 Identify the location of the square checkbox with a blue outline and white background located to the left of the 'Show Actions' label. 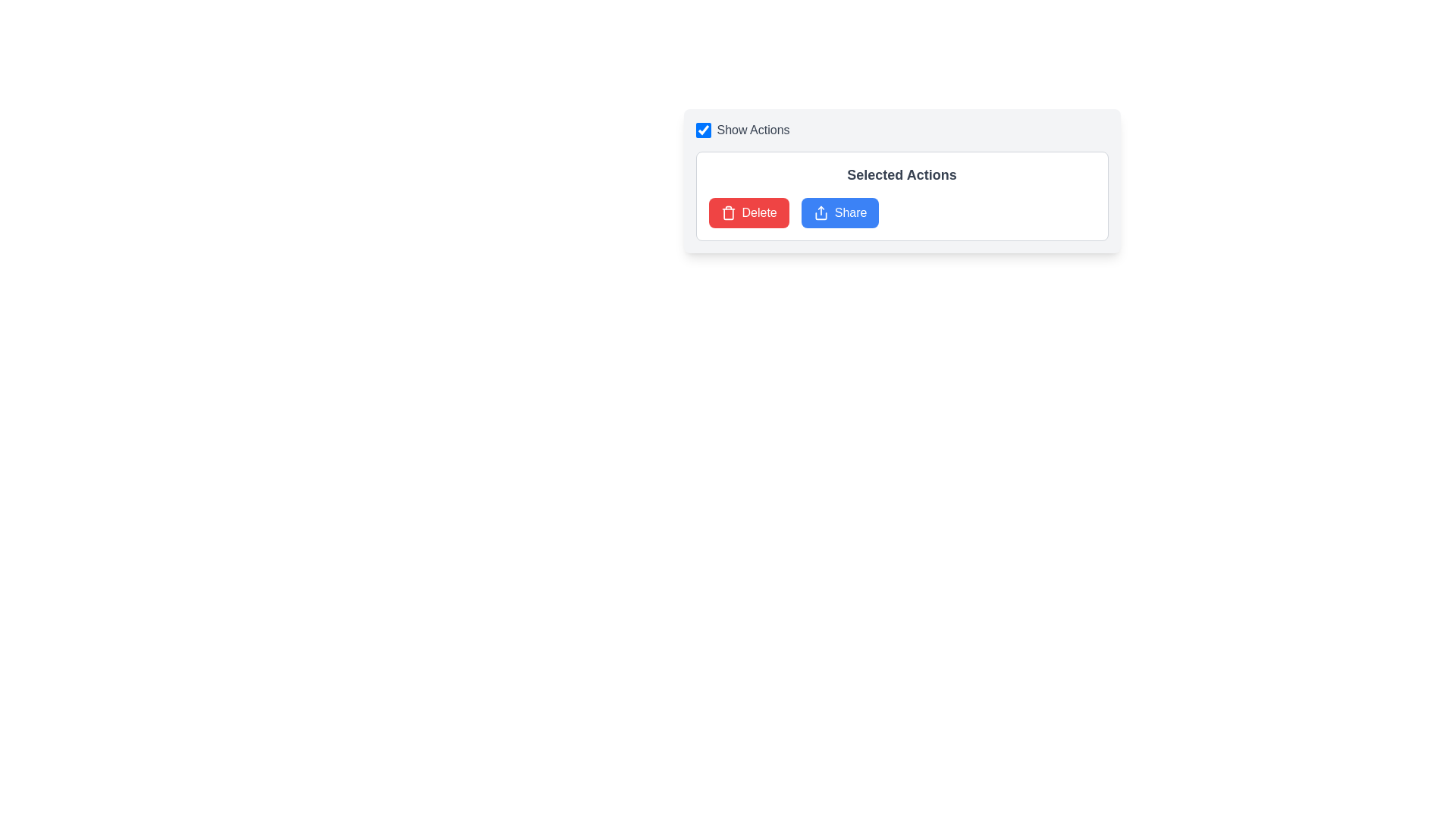
(702, 130).